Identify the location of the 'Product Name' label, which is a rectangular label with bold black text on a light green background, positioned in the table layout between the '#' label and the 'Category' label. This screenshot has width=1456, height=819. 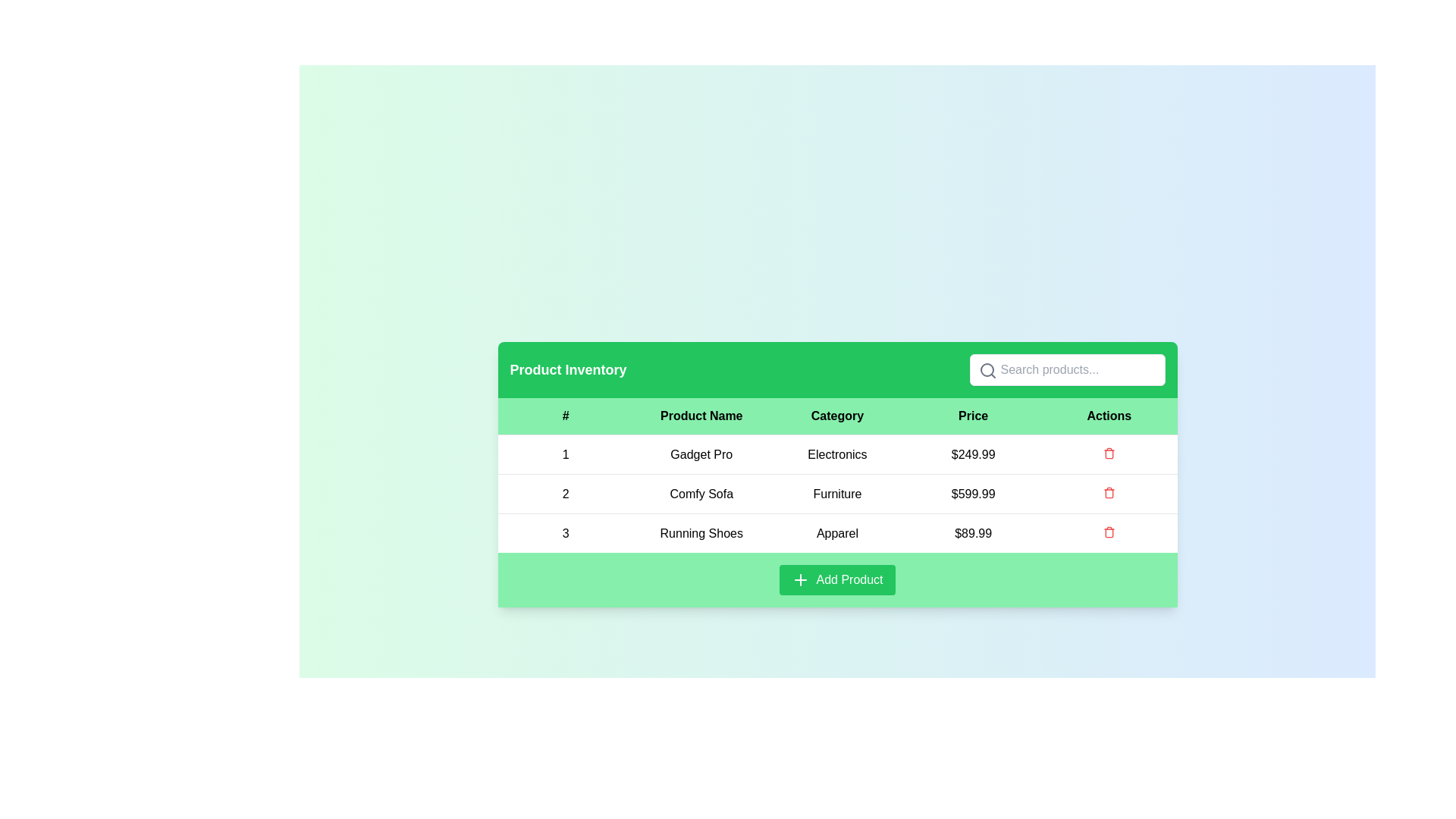
(701, 416).